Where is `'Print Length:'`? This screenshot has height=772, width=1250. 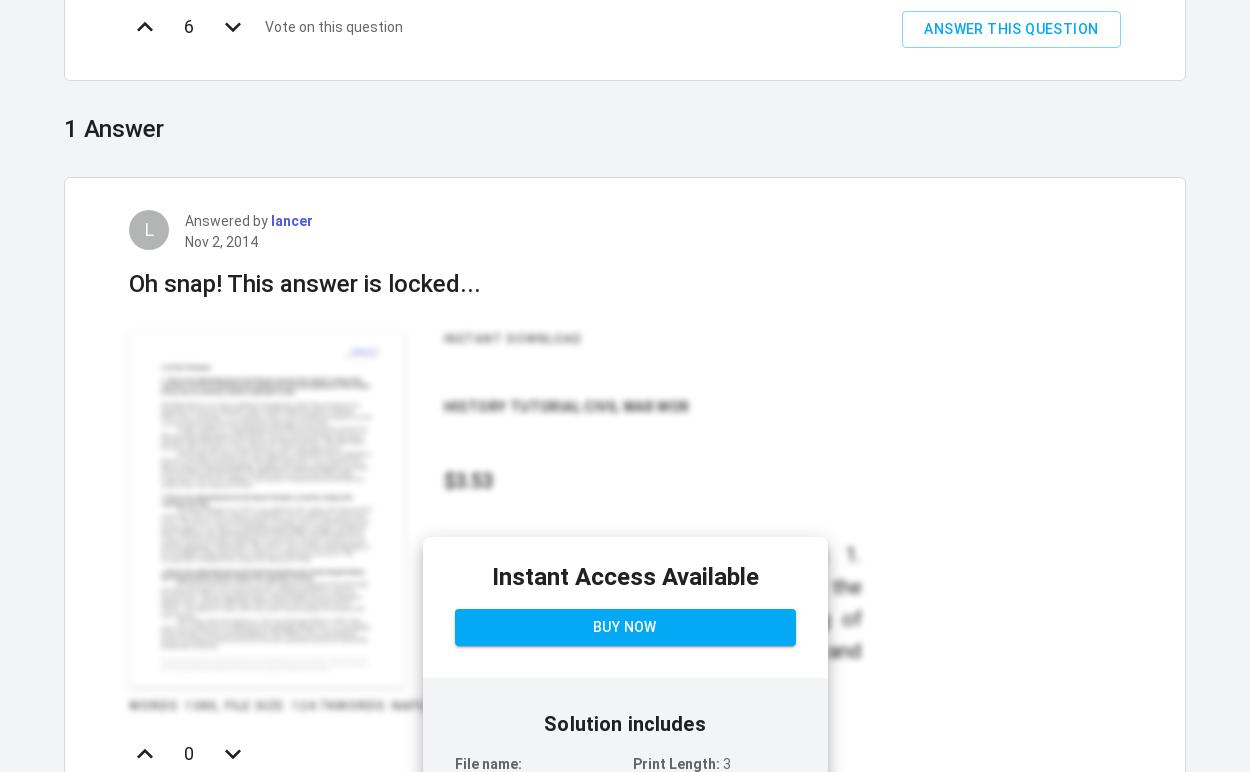 'Print Length:' is located at coordinates (678, 761).